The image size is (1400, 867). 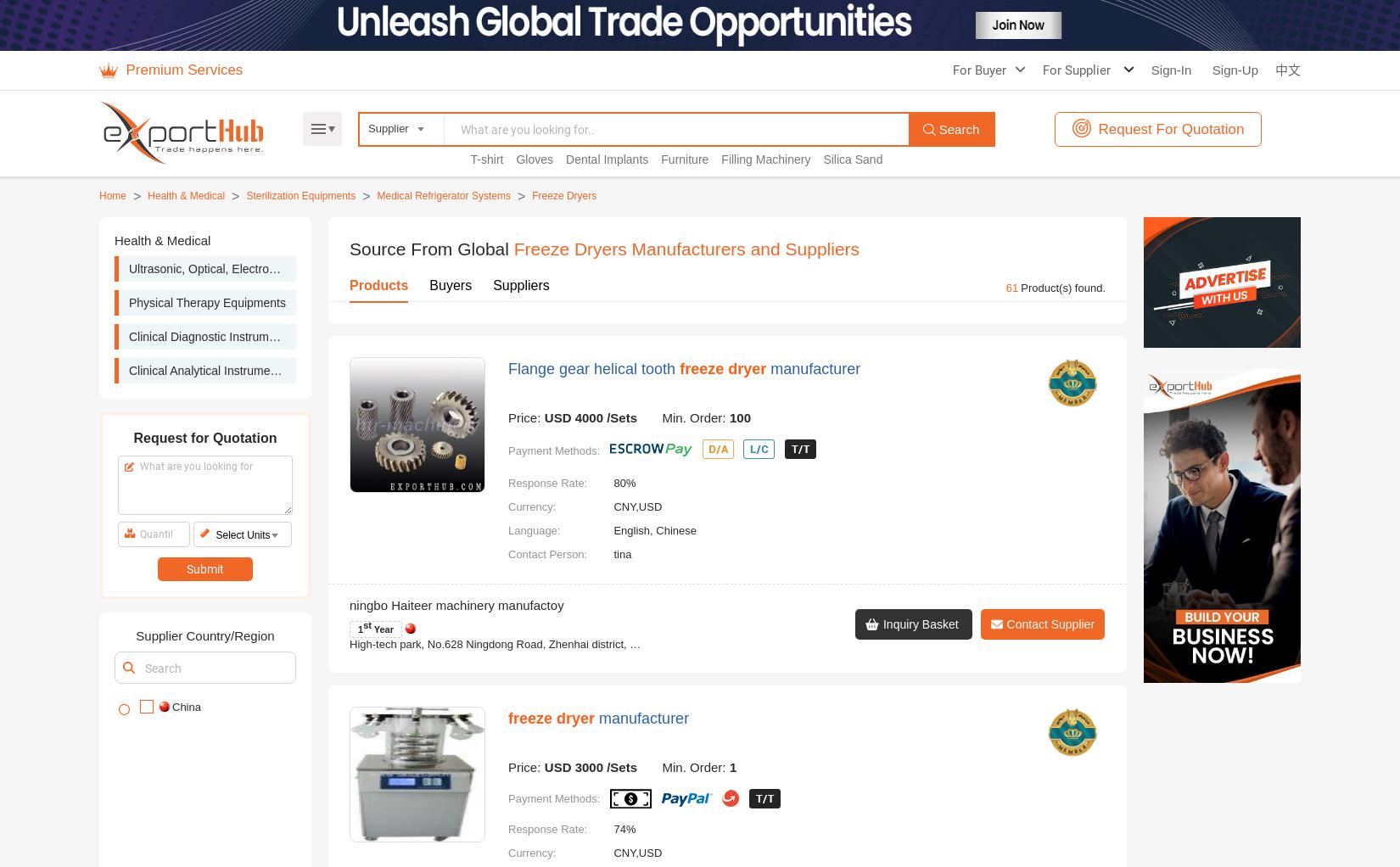 I want to click on '93%', so click(x=624, y=369).